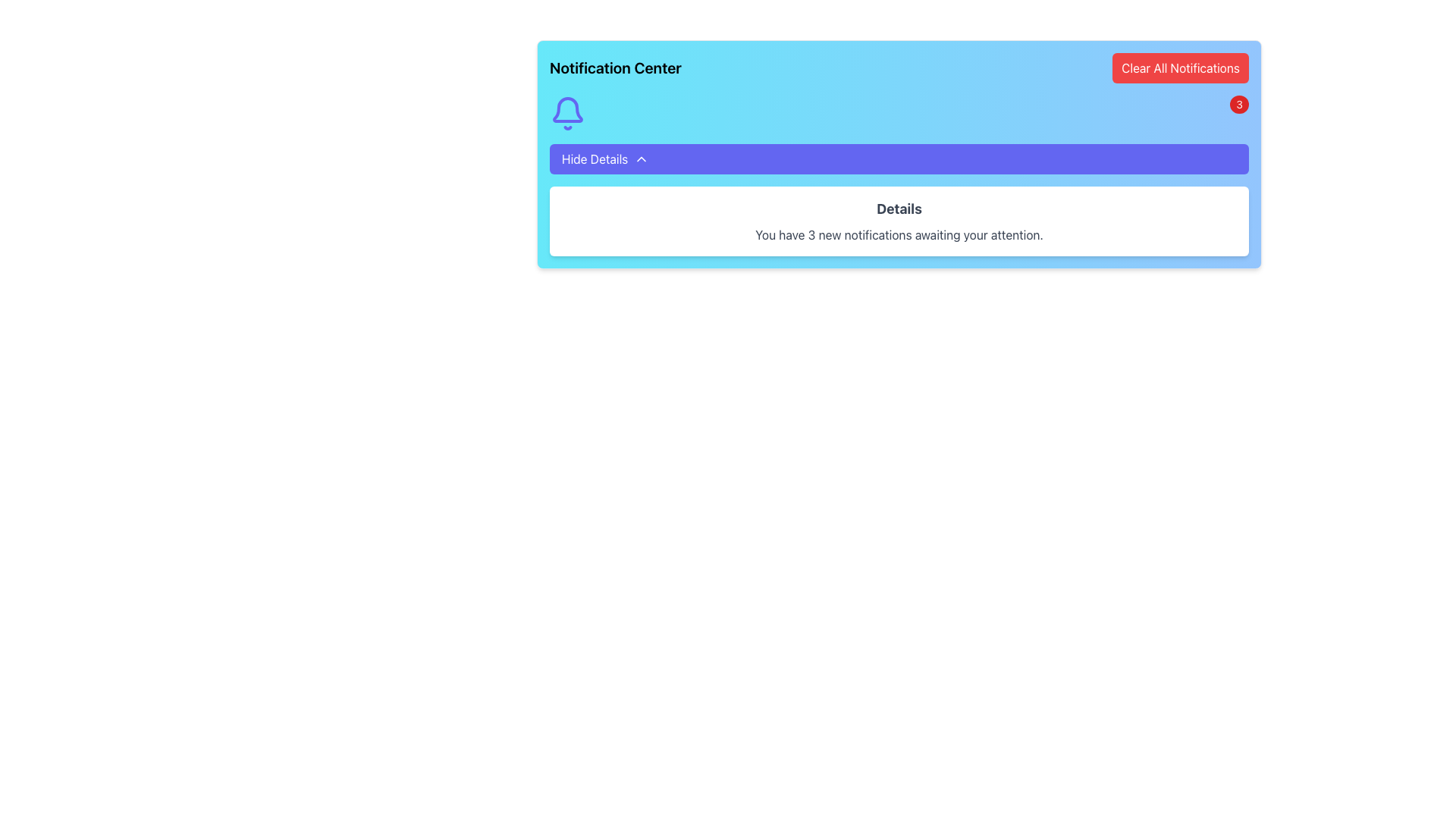 This screenshot has width=1456, height=819. Describe the element at coordinates (566, 113) in the screenshot. I see `the bell icon located at the top-left corner of the cyan banner to enable keyboard interactions` at that location.